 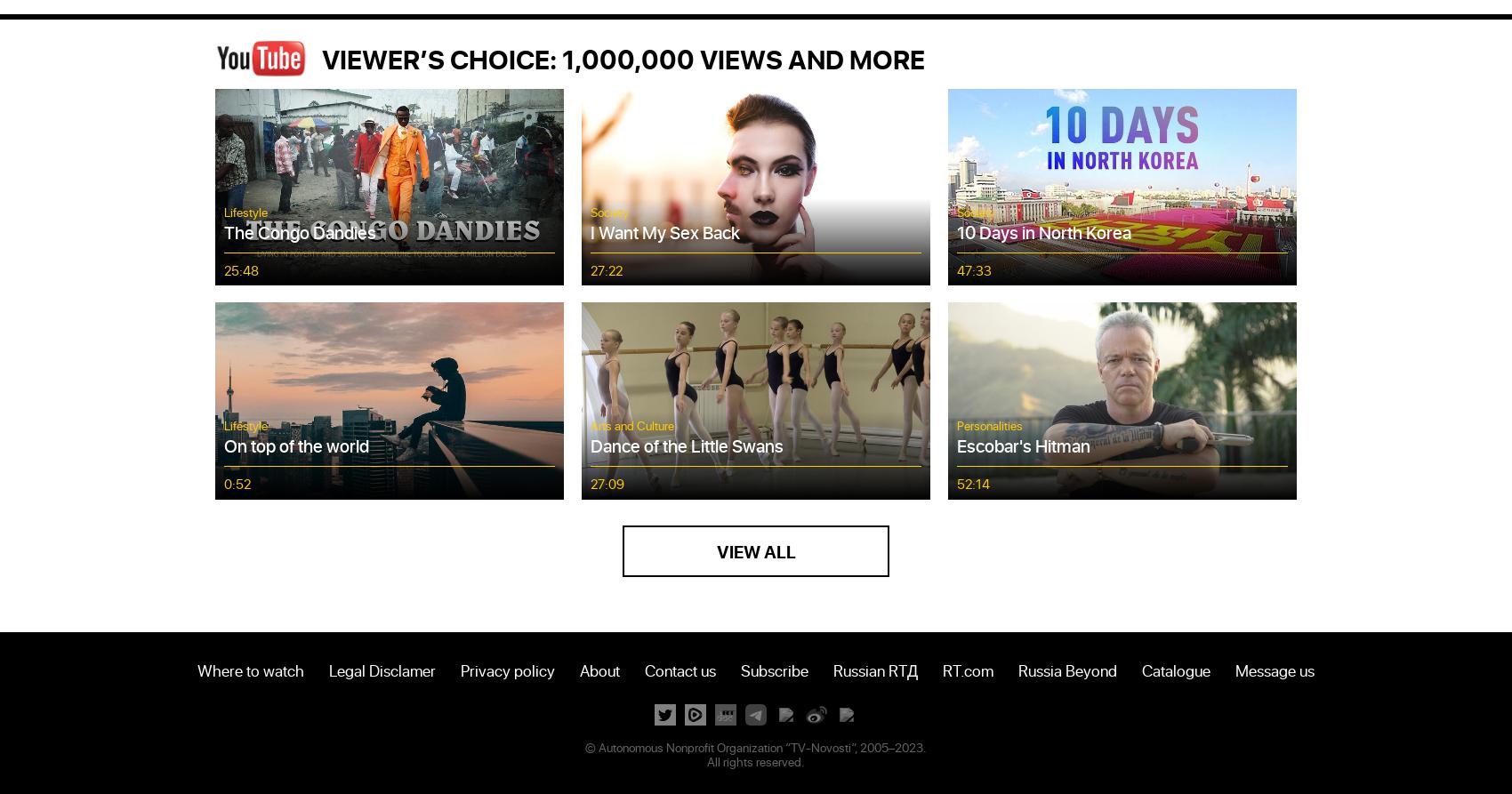 I want to click on 'Subscribe', so click(x=738, y=668).